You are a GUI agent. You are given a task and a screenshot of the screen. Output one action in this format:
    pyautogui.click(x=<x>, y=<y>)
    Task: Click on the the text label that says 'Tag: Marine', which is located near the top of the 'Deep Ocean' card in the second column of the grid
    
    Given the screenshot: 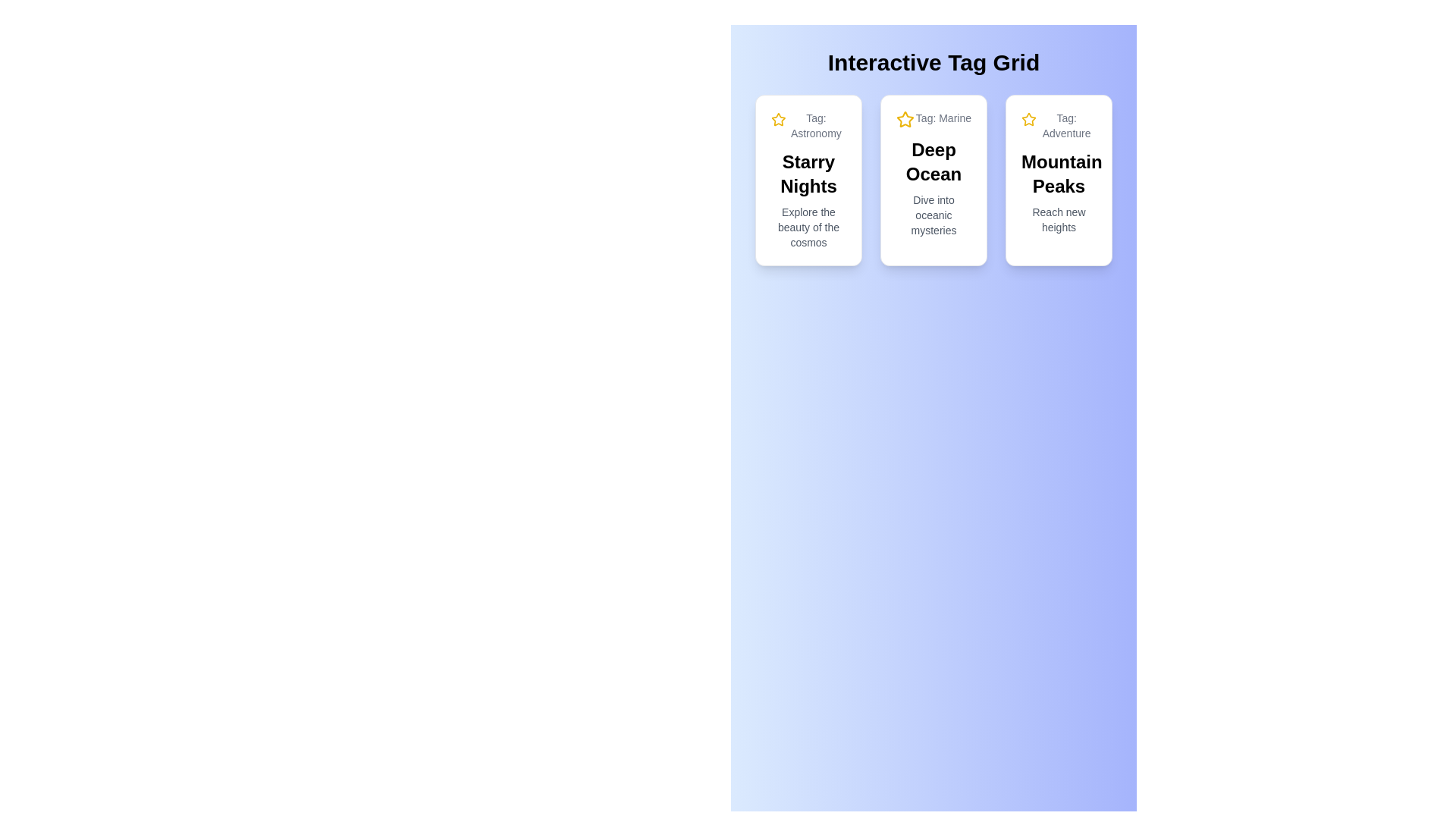 What is the action you would take?
    pyautogui.click(x=933, y=119)
    